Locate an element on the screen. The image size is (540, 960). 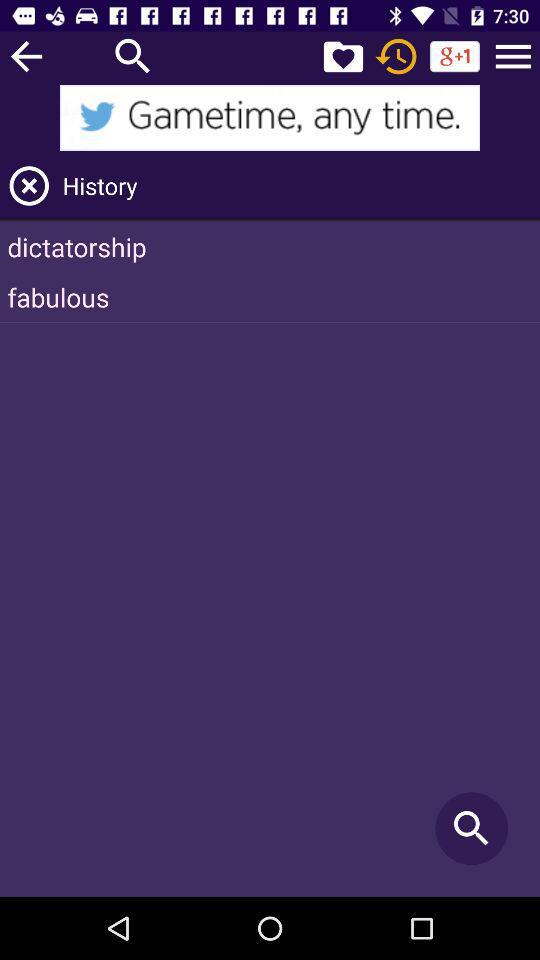
time out is located at coordinates (396, 55).